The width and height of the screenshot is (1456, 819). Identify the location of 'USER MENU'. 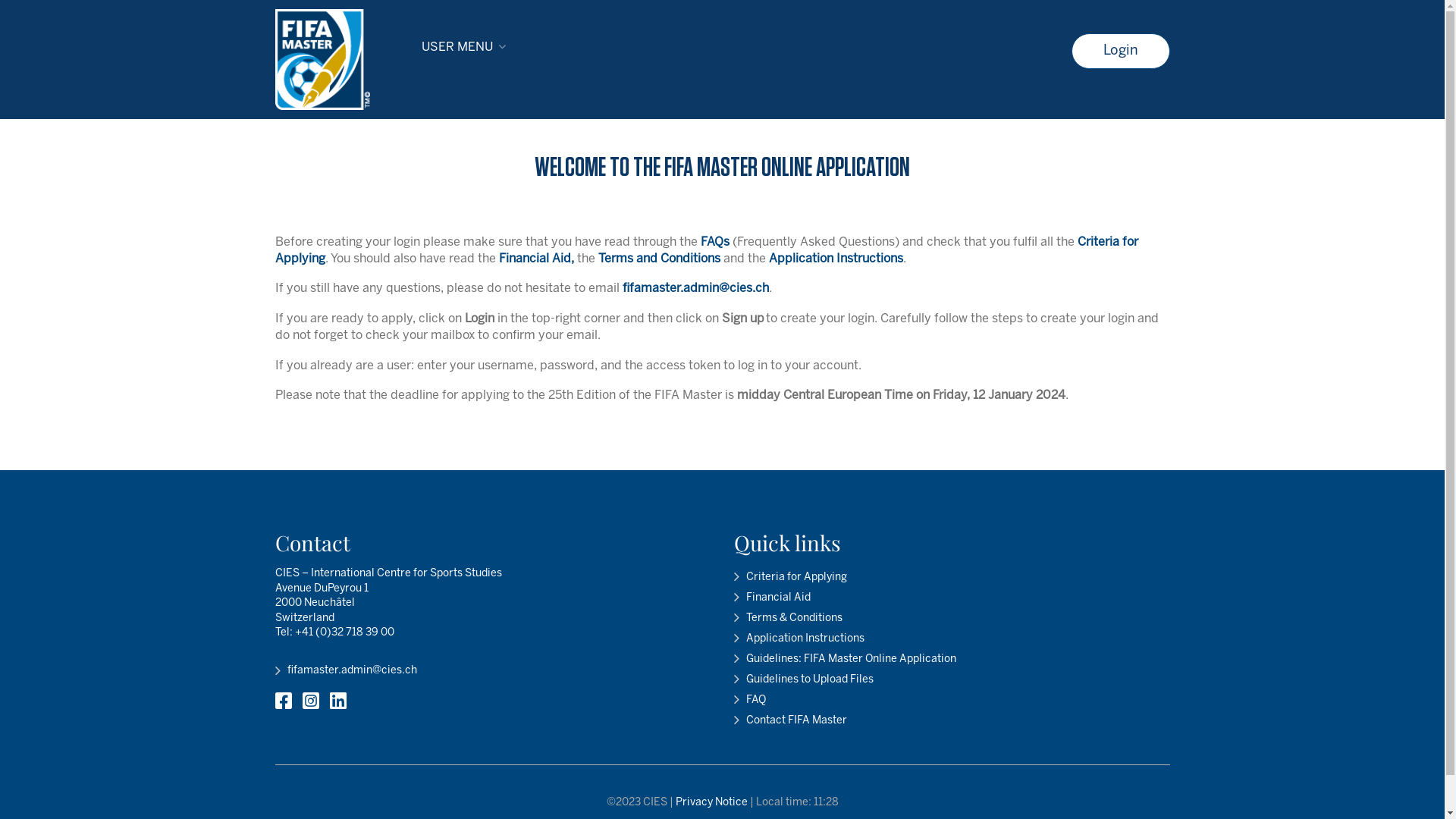
(462, 46).